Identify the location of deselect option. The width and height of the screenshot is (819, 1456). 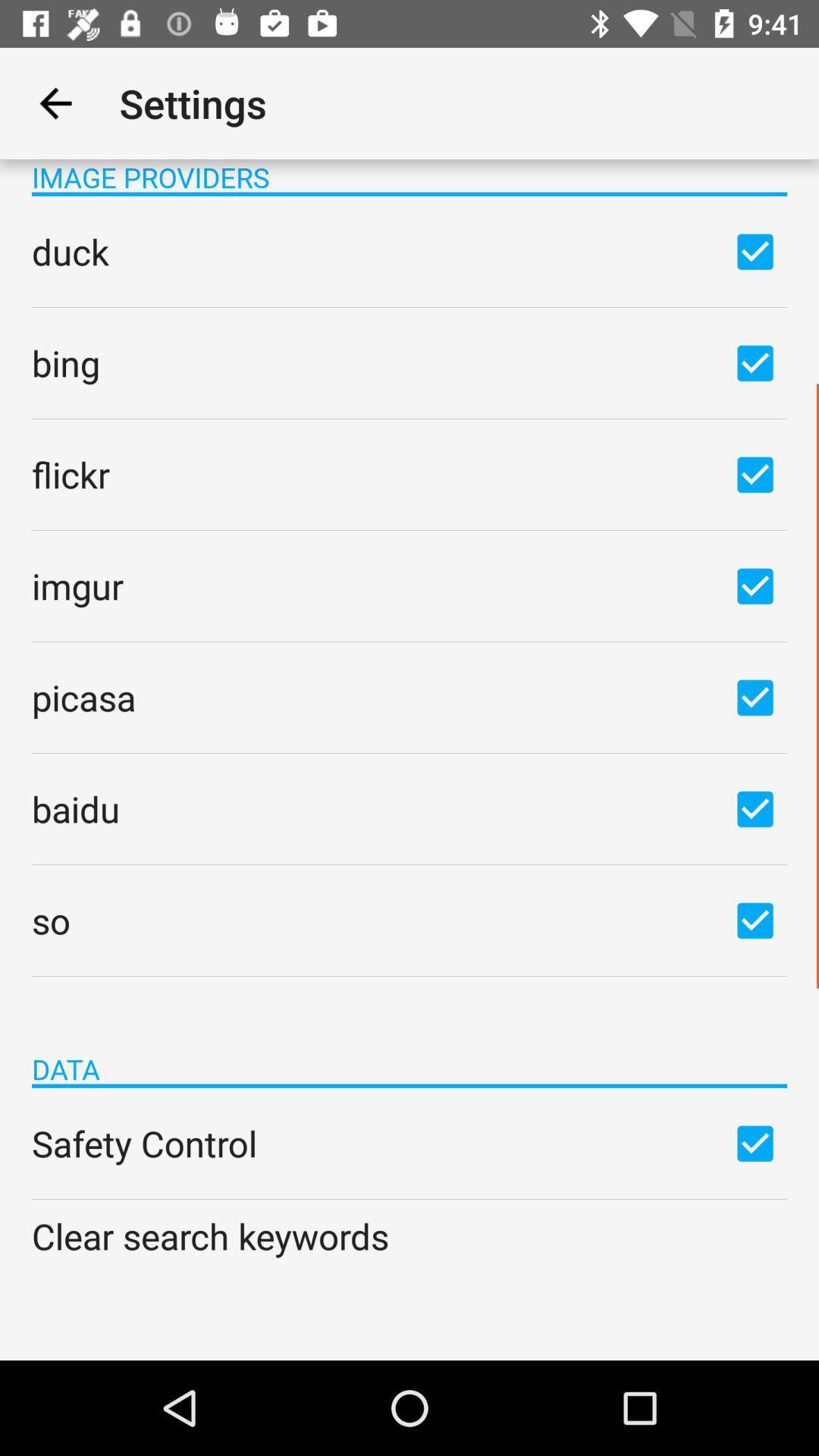
(755, 473).